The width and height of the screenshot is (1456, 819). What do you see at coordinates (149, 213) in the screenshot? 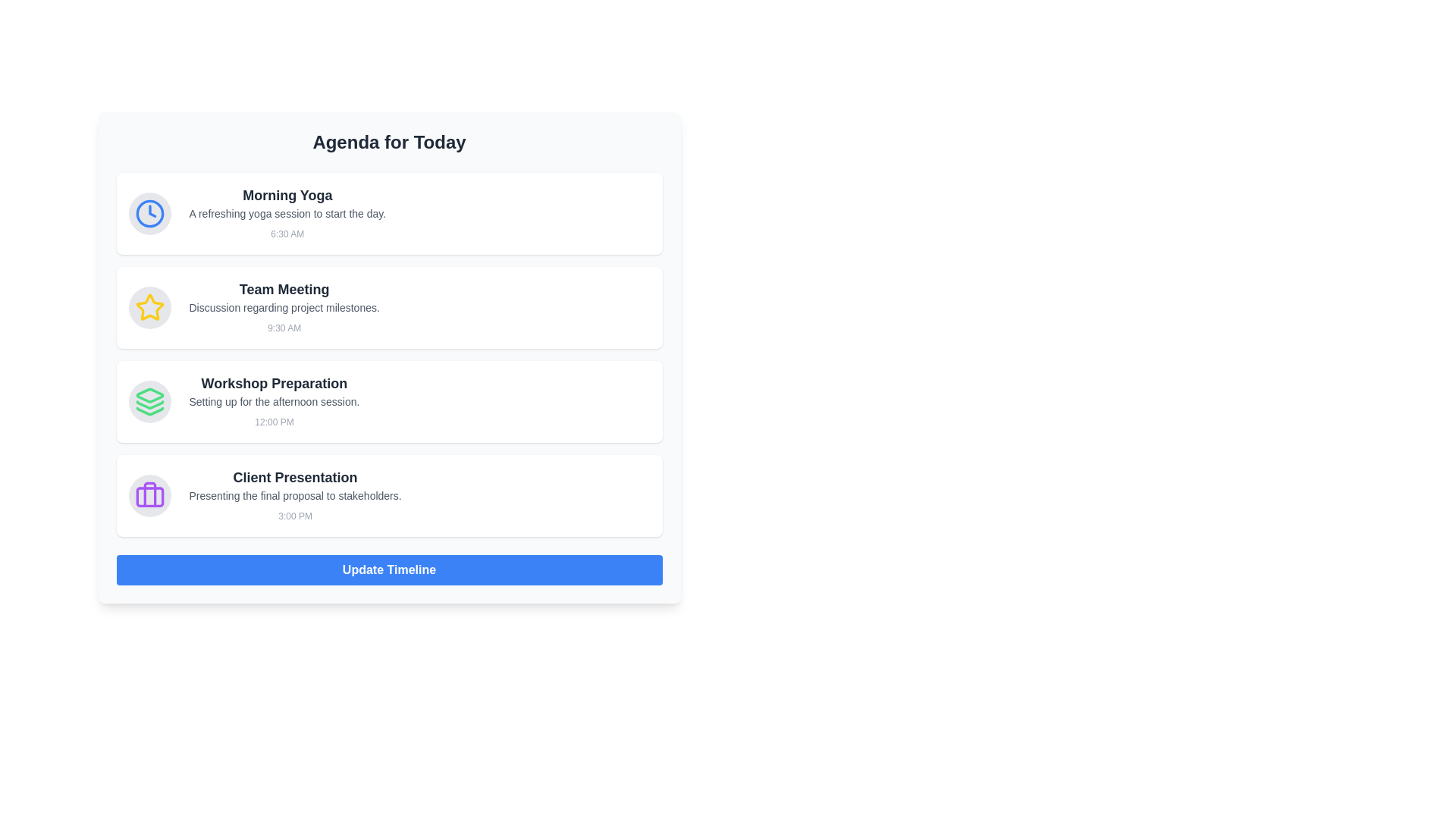
I see `the prominent blue clock-shaped icon located at the top of the list, next to the text 'Morning Yoga'` at bounding box center [149, 213].